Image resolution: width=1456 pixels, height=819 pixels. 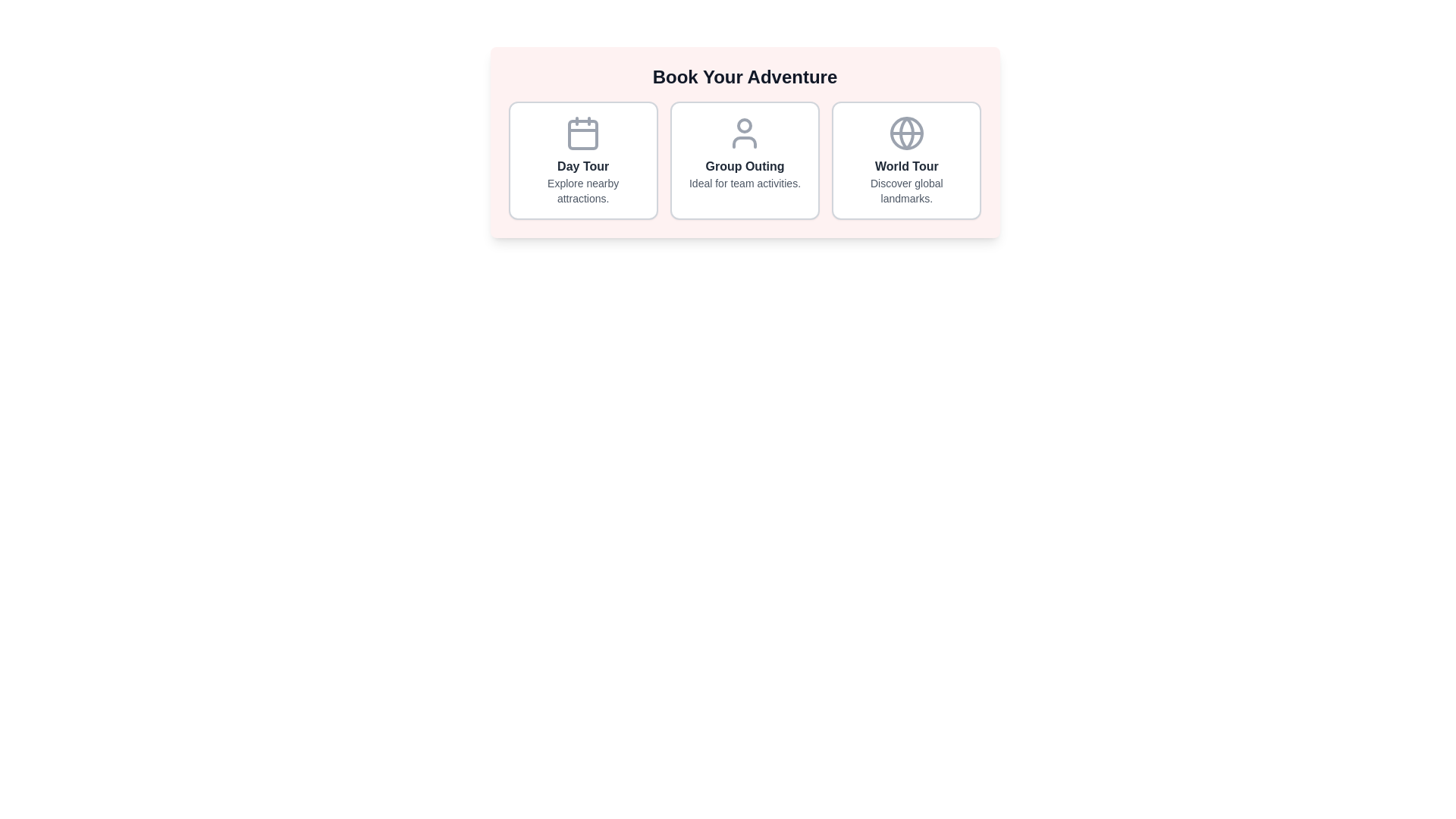 I want to click on text segment that describes the 'Day Tour' option, located in the first column of a three-column grid, below a calendar icon, so click(x=582, y=180).